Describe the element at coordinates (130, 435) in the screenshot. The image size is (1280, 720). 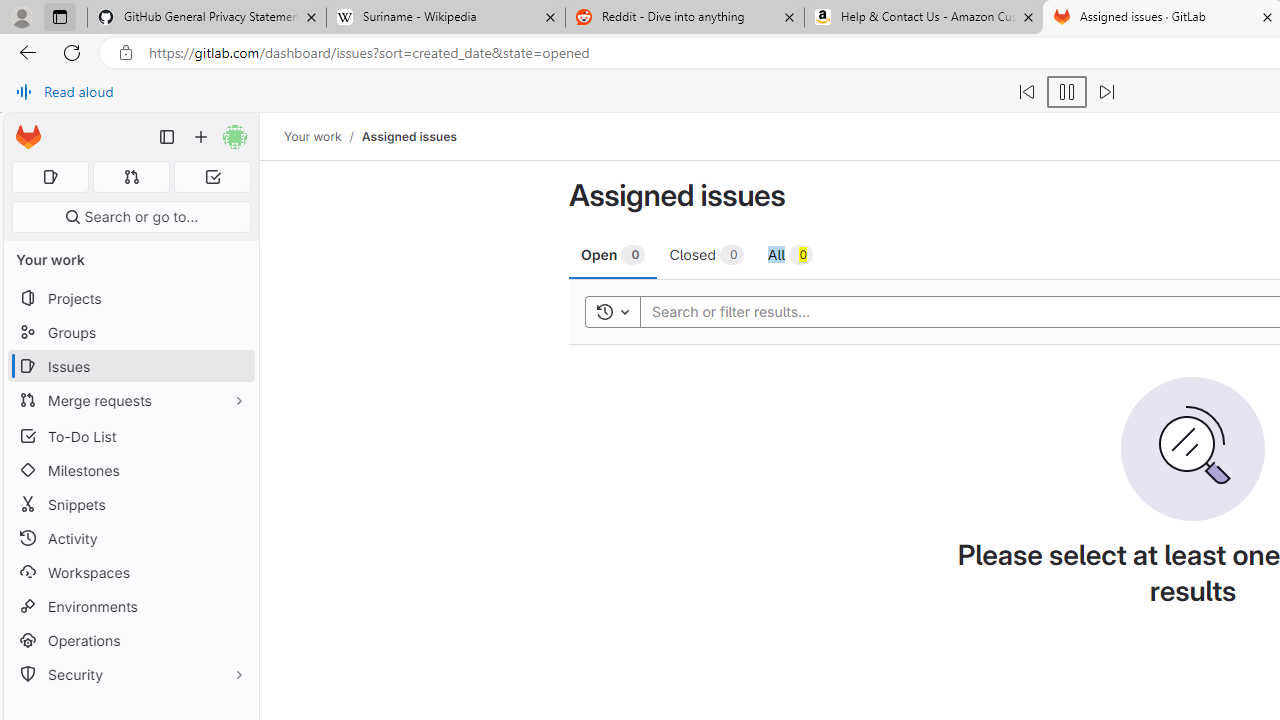
I see `'To-Do List'` at that location.